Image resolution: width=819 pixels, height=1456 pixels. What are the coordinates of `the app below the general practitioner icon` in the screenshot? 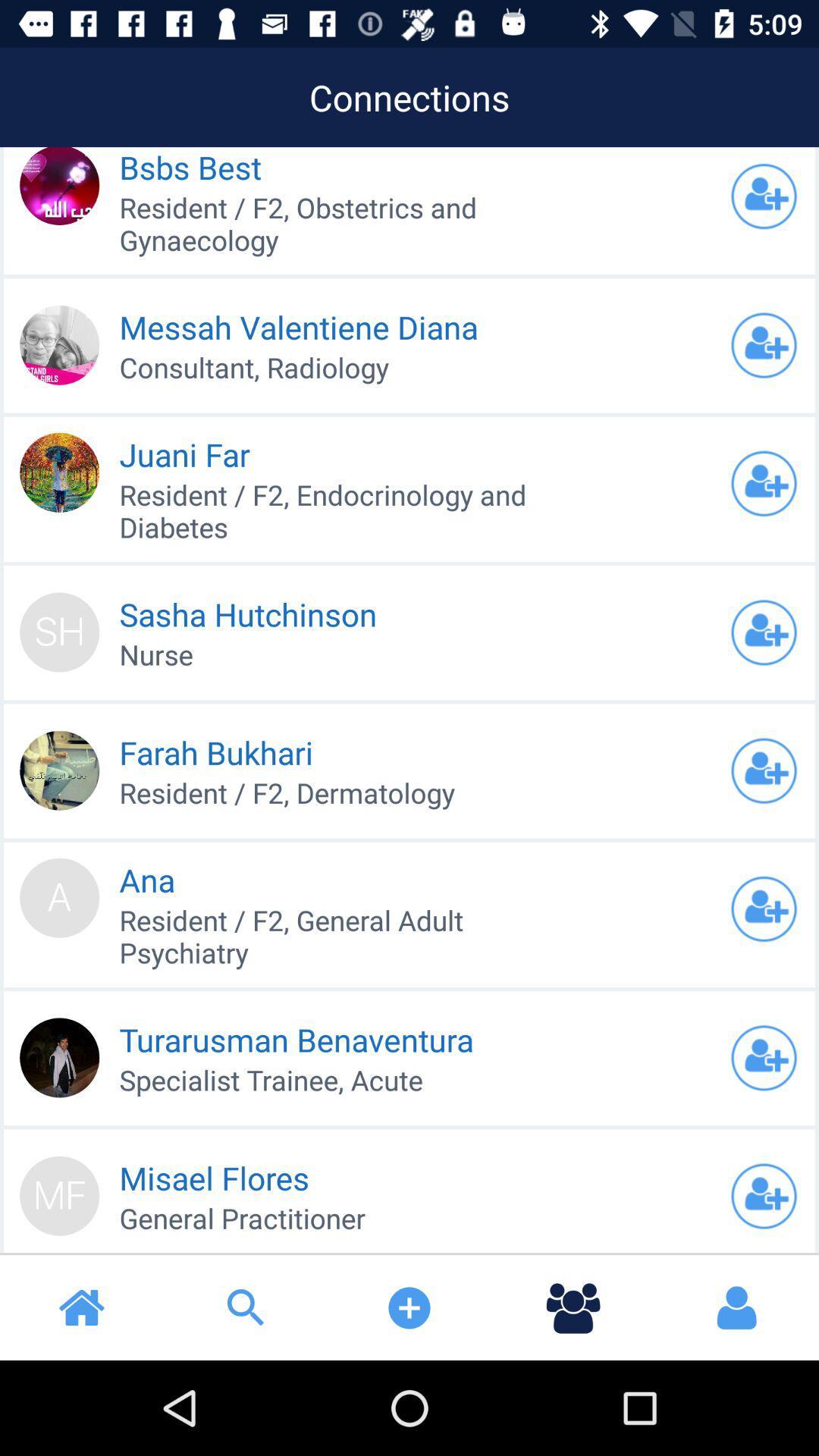 It's located at (245, 1307).